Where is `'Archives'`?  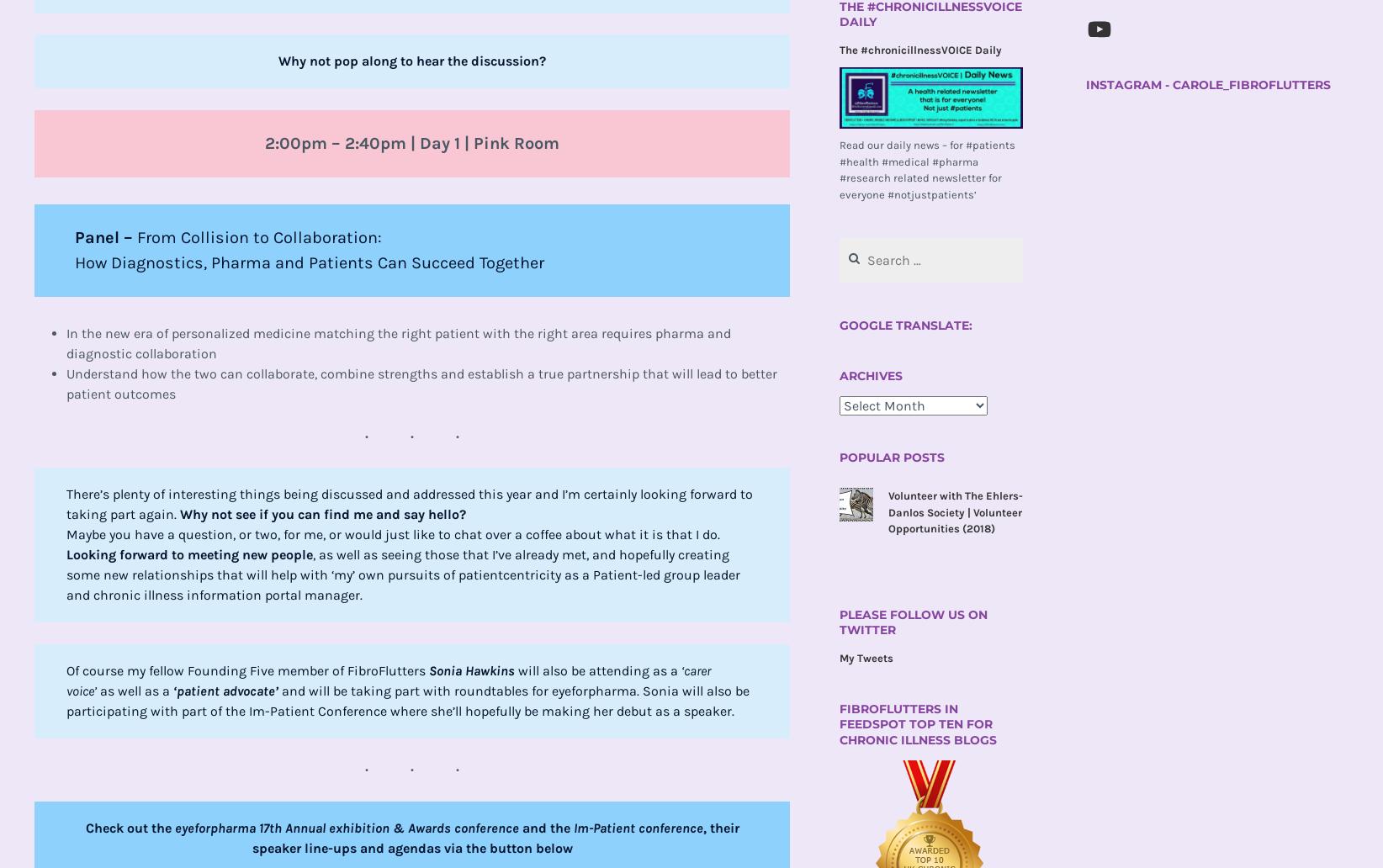 'Archives' is located at coordinates (870, 374).